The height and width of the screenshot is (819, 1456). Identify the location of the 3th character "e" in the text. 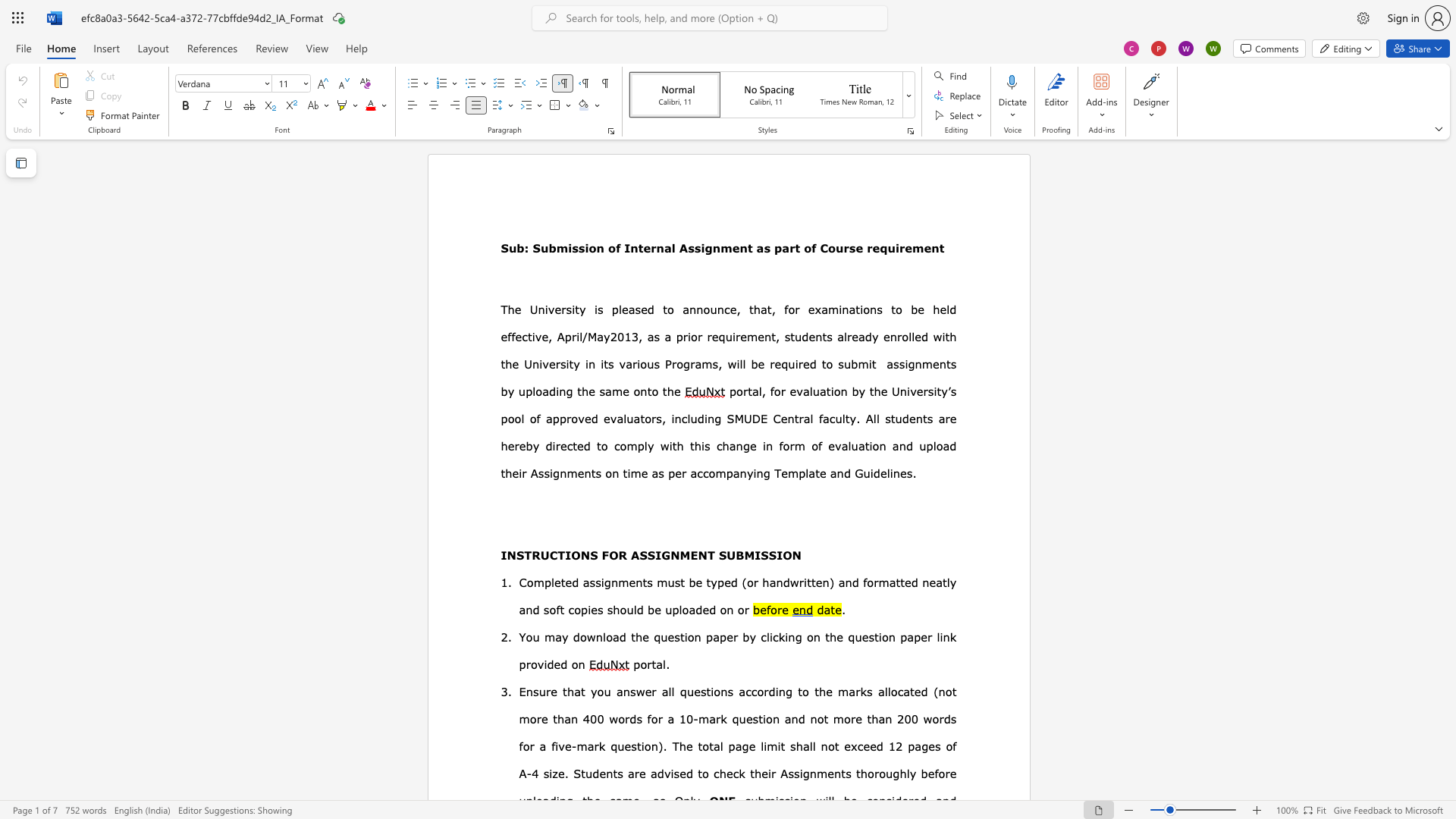
(859, 247).